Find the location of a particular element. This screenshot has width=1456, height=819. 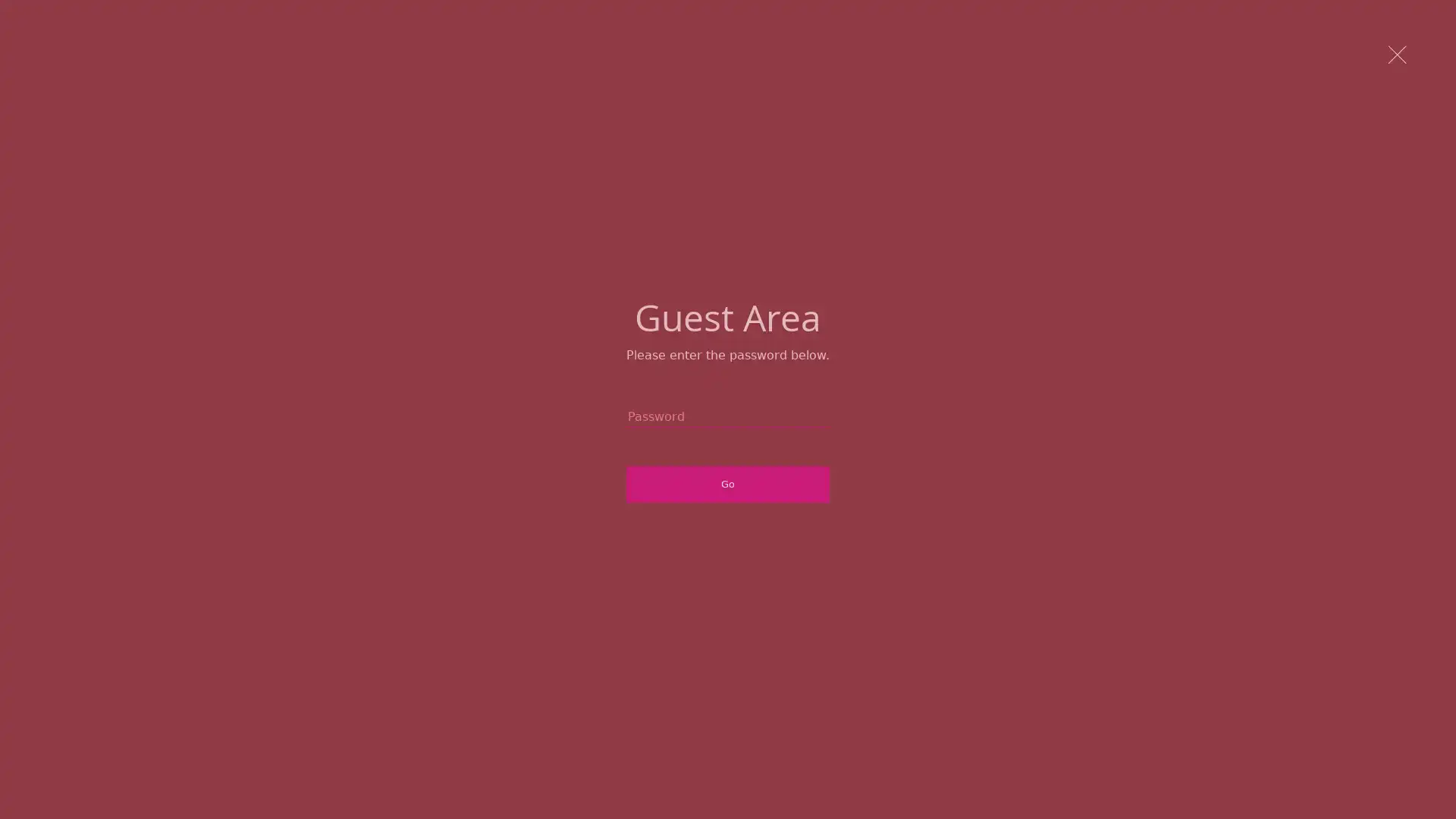

Go is located at coordinates (728, 485).